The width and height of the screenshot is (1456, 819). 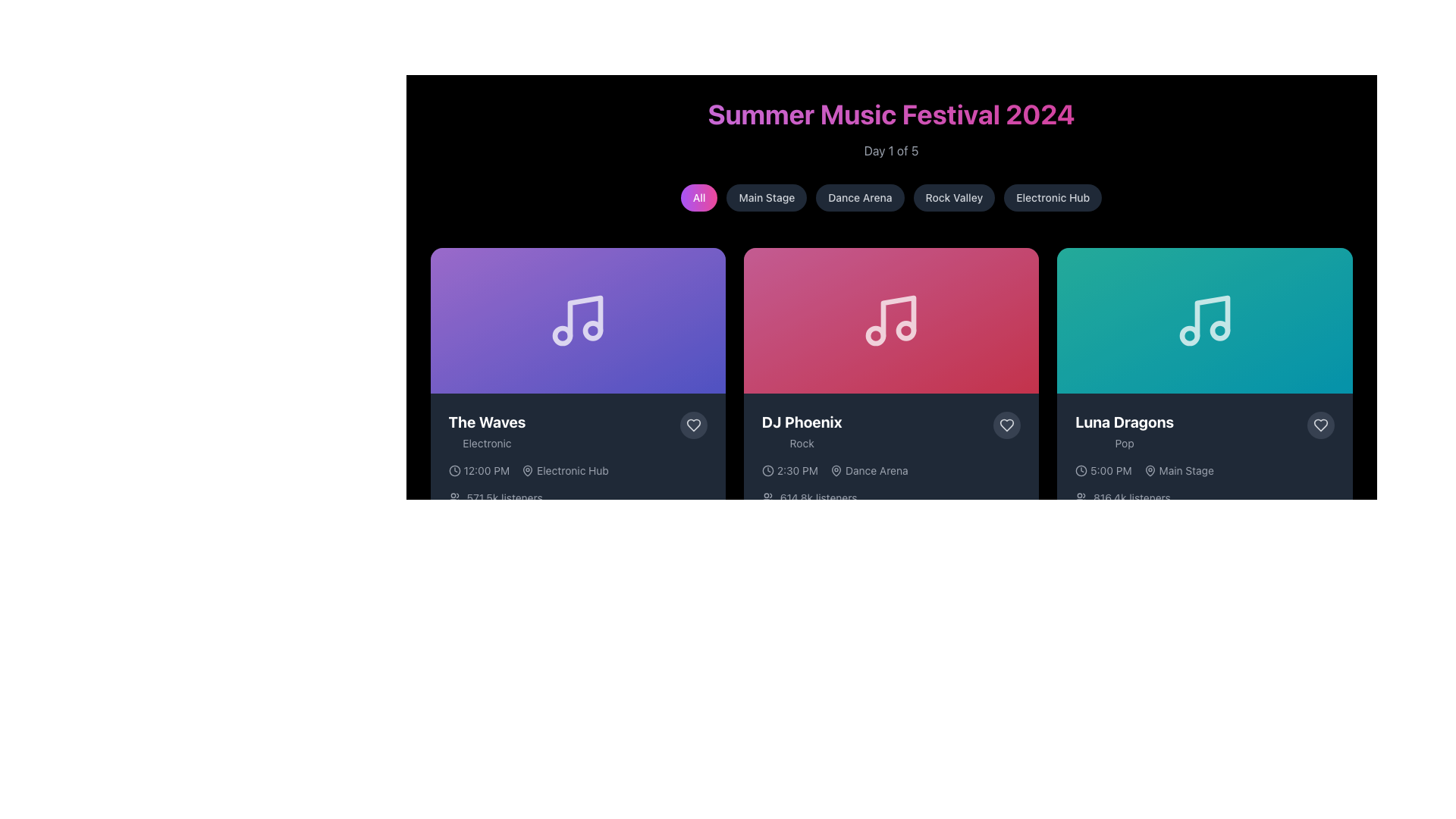 What do you see at coordinates (891, 197) in the screenshot?
I see `the 'Dance Arena' button, which is a rounded button with a dark background and gray text, located below the 'Summer Music Festival 2024' banner` at bounding box center [891, 197].